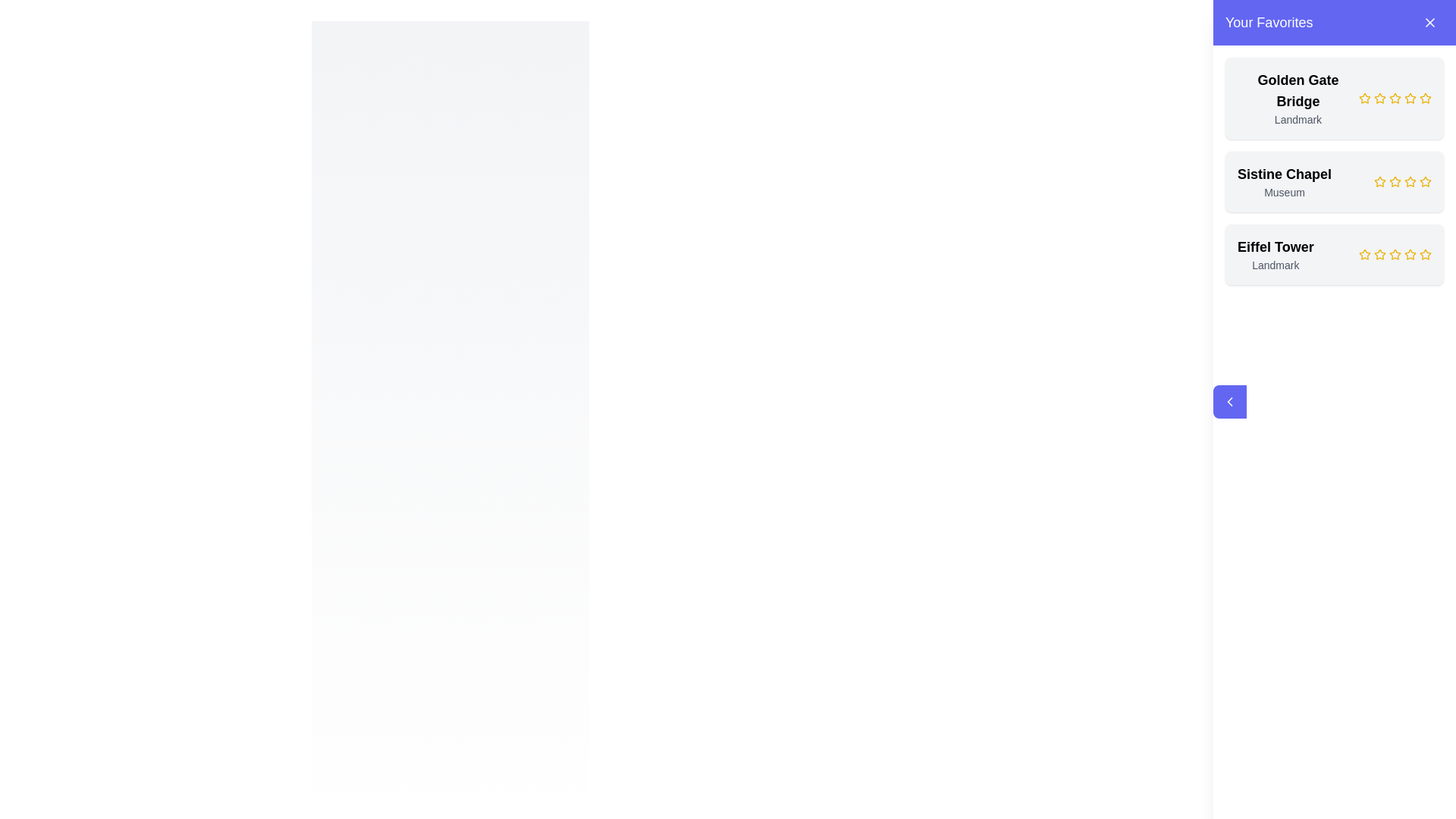 The height and width of the screenshot is (819, 1456). I want to click on the second yellow star icon in the rating system for the 'Sistine Chapel' entry under 'Your Favorites', so click(1395, 180).